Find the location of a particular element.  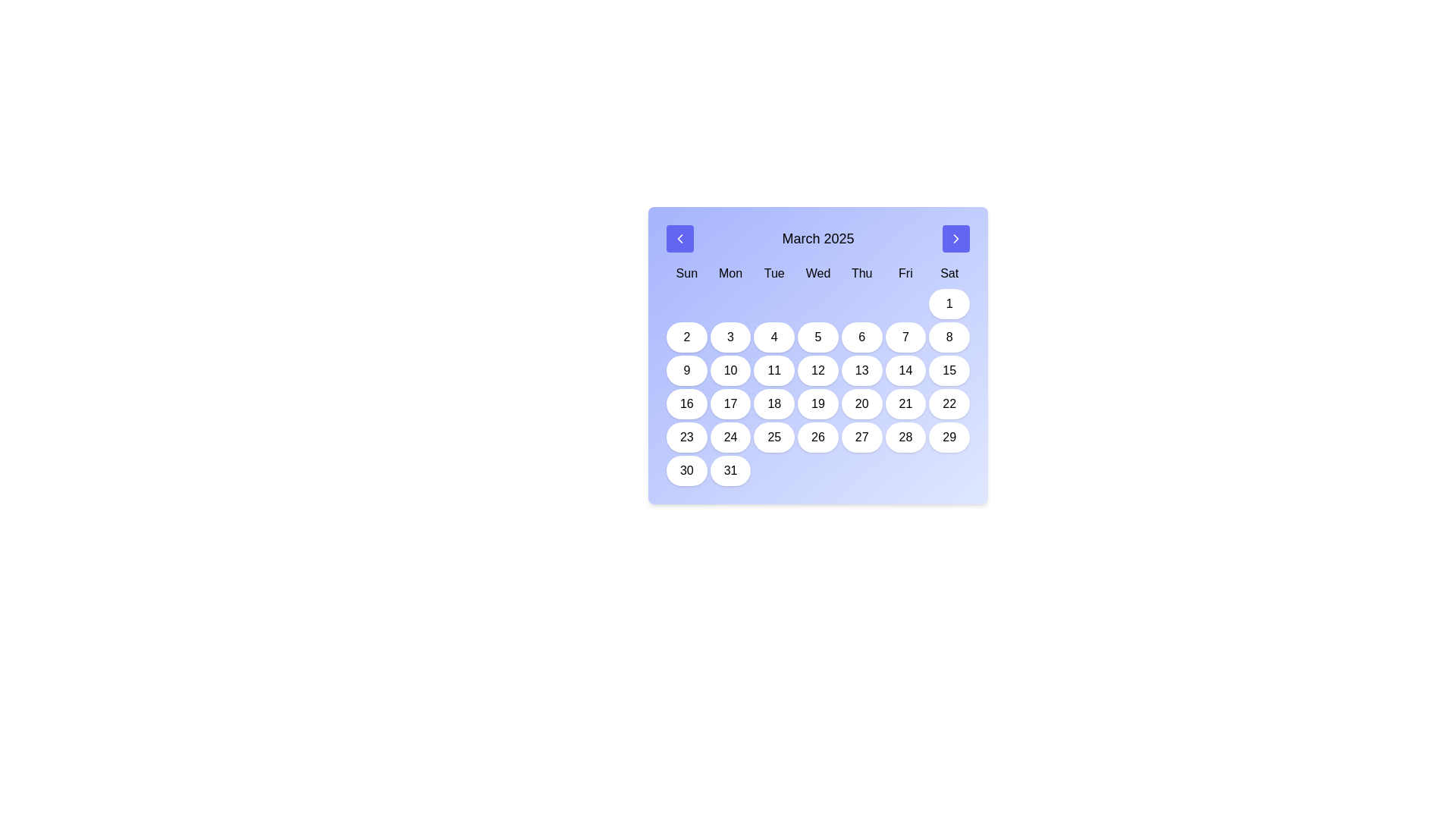

the small dot marker located above the number '4' in the Tuesday column of the calendar grid is located at coordinates (774, 304).